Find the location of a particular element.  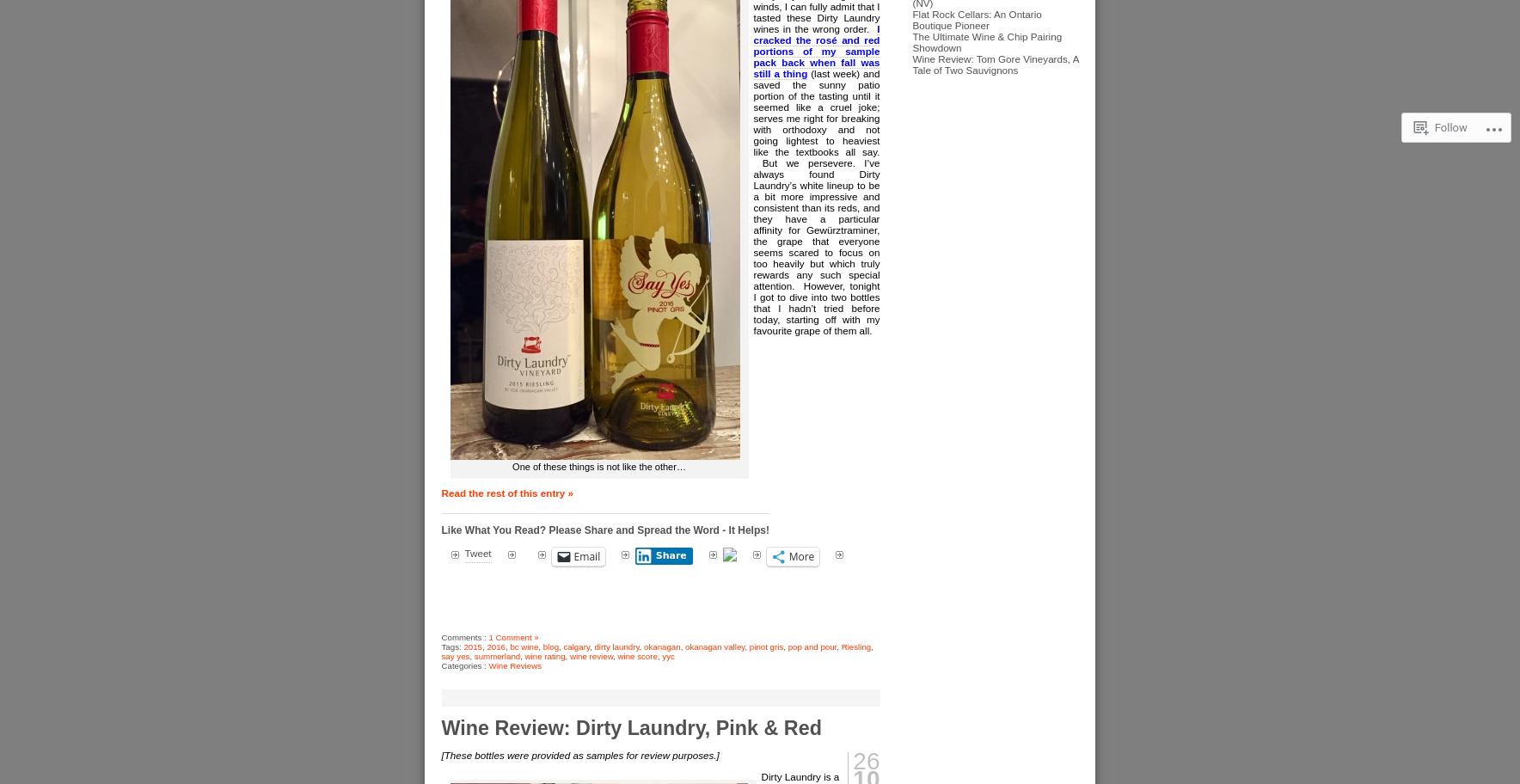

'bc wine' is located at coordinates (523, 646).